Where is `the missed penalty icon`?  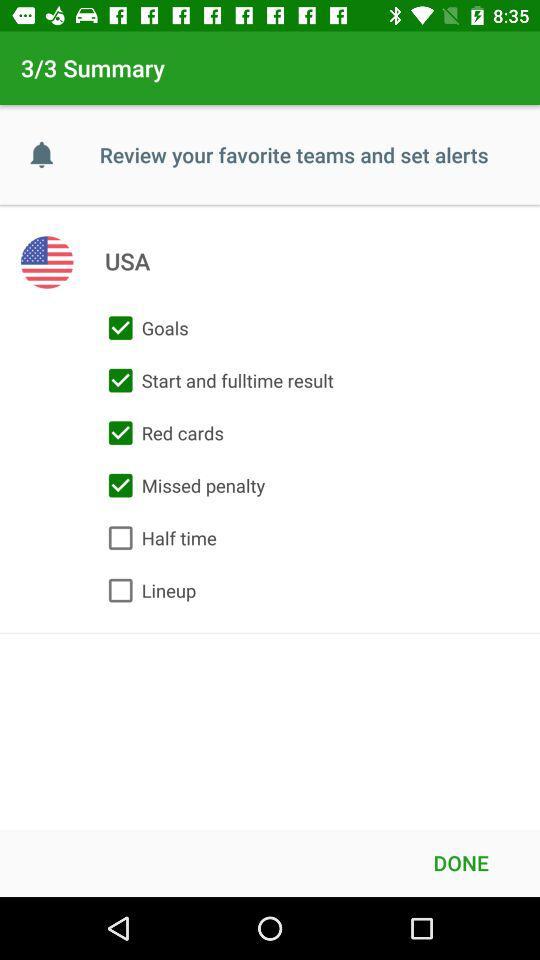 the missed penalty icon is located at coordinates (182, 484).